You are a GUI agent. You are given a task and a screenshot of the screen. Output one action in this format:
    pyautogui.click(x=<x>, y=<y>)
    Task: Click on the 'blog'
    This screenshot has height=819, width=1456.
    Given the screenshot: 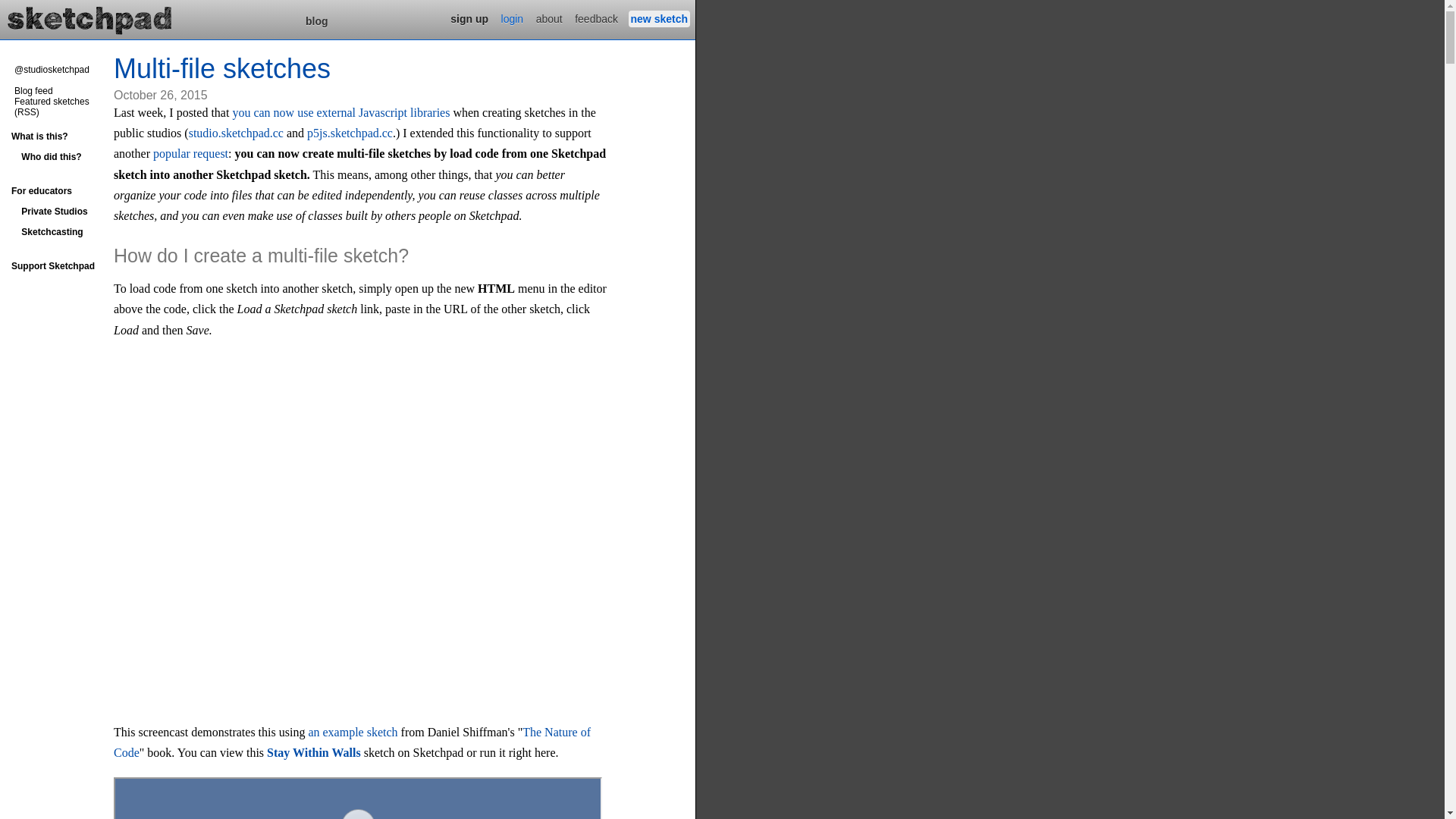 What is the action you would take?
    pyautogui.click(x=303, y=20)
    